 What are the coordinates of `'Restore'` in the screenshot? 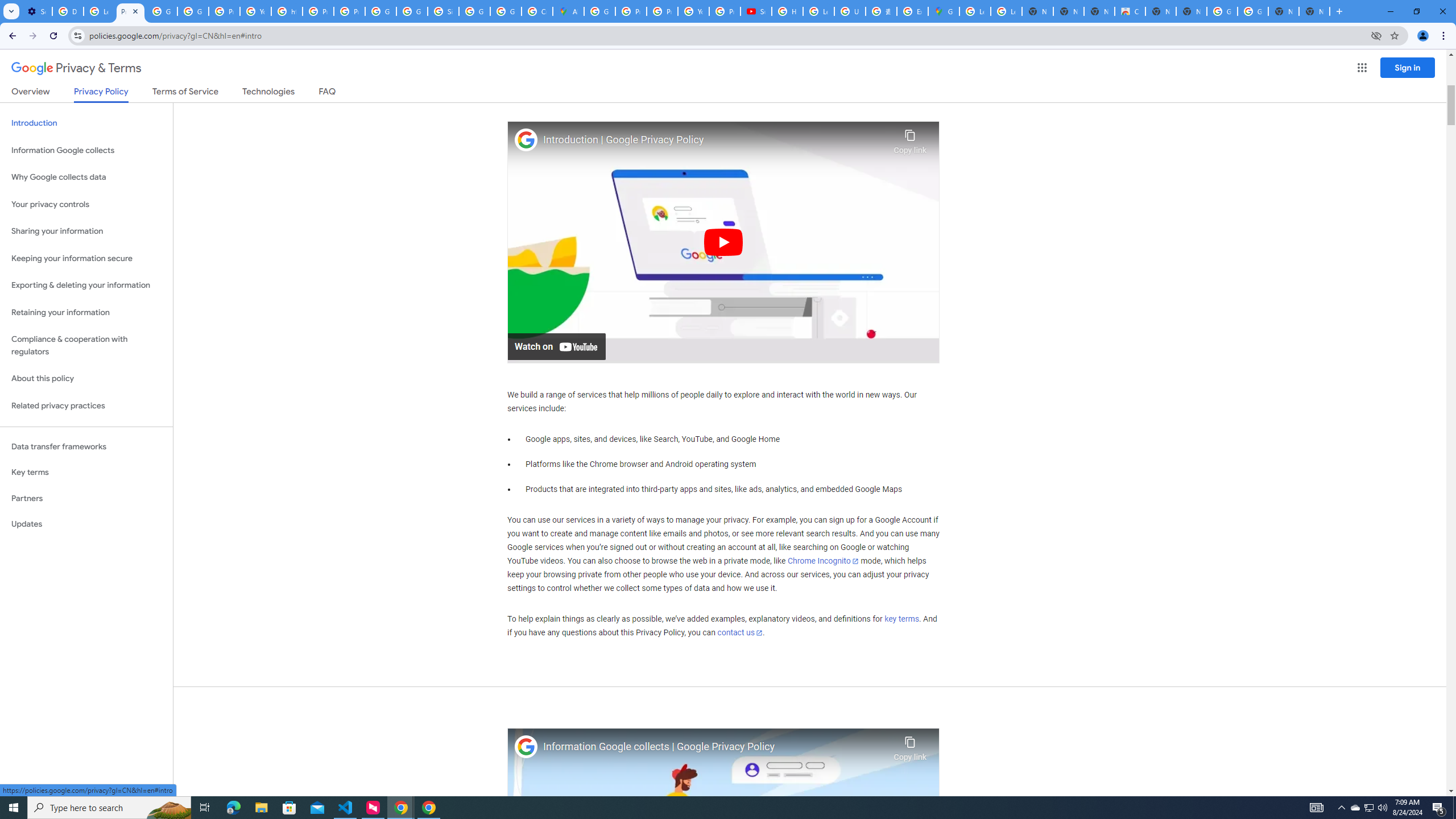 It's located at (1416, 11).